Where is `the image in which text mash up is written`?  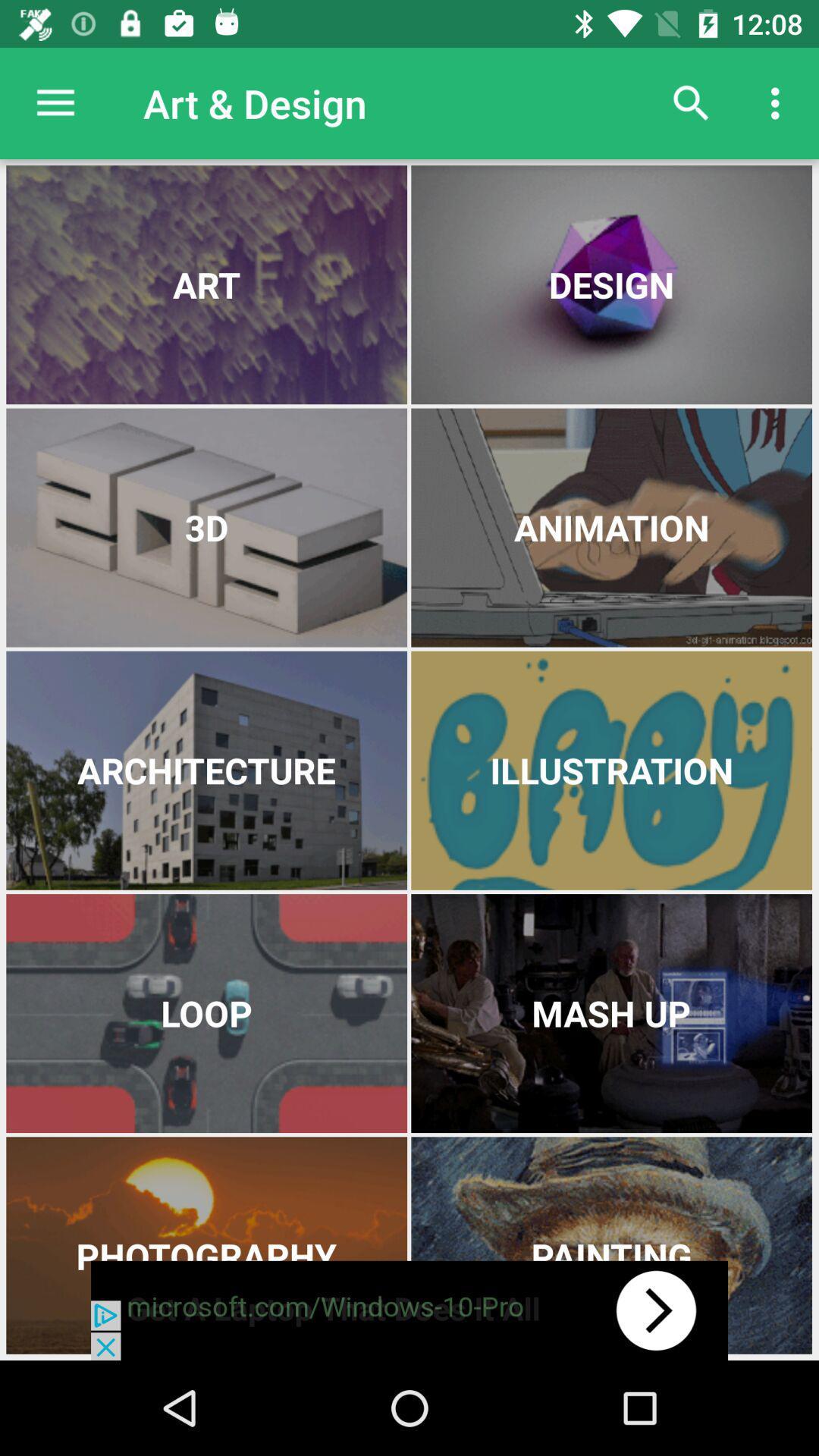
the image in which text mash up is written is located at coordinates (610, 1013).